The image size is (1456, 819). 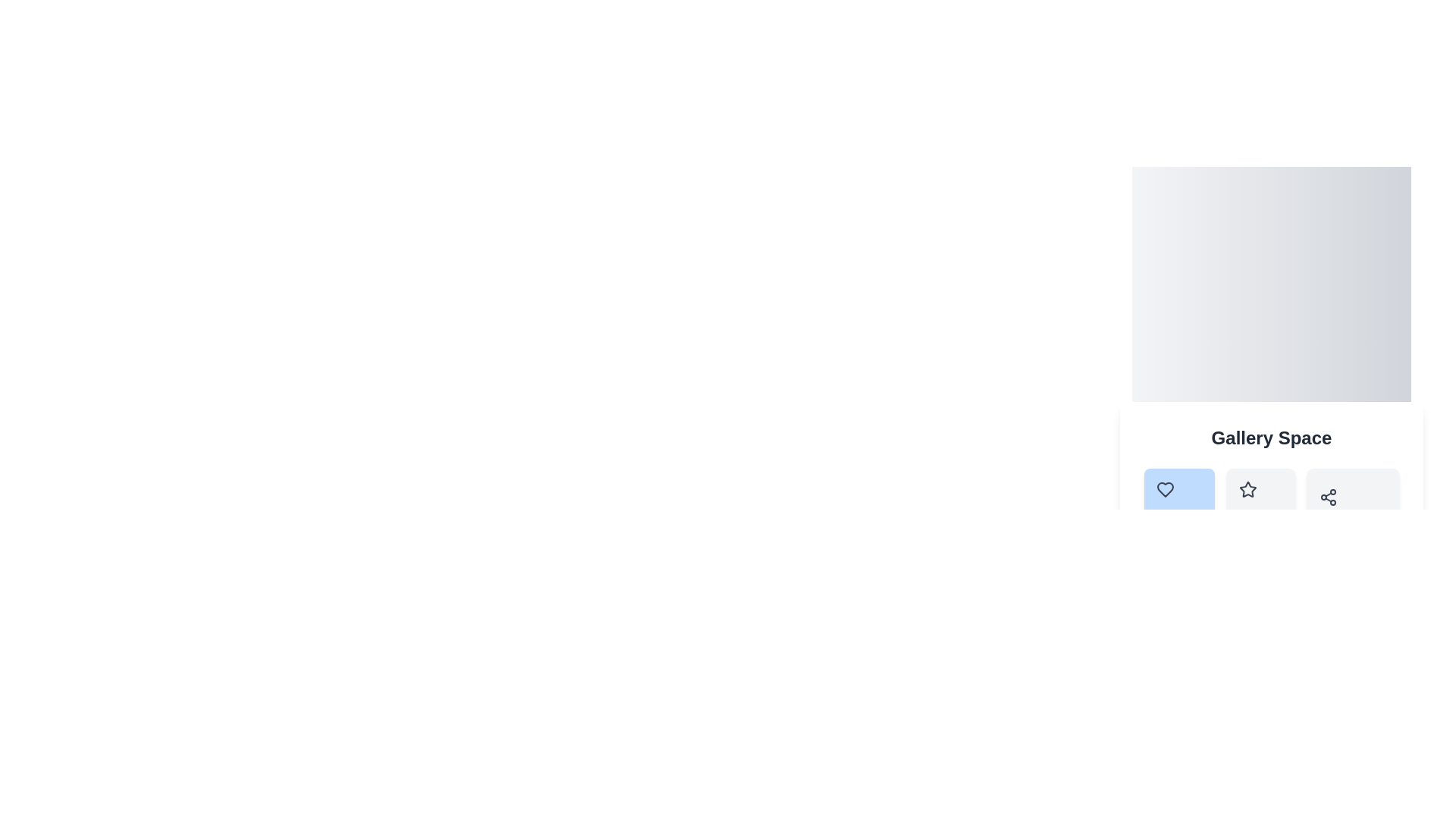 I want to click on the heart-shaped icon with a hollow center and dark outline, located below 'Gallery Space', so click(x=1165, y=489).